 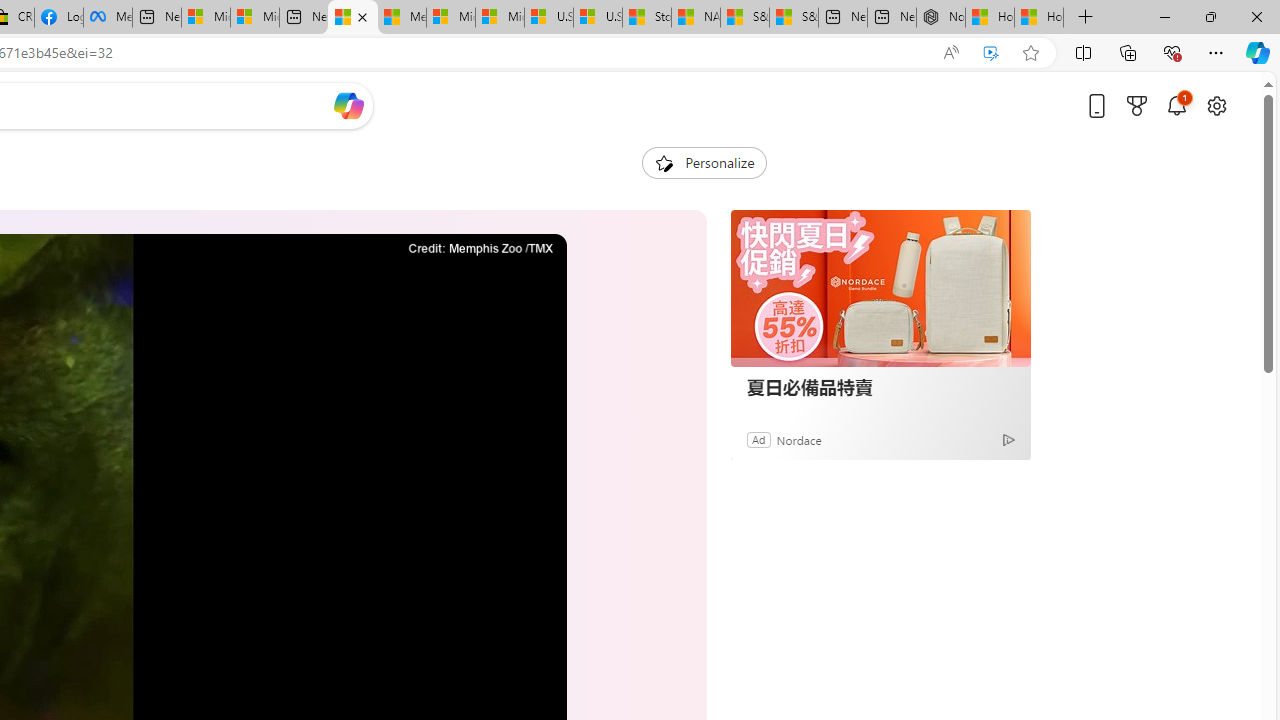 What do you see at coordinates (58, 17) in the screenshot?
I see `'Log into Facebook'` at bounding box center [58, 17].